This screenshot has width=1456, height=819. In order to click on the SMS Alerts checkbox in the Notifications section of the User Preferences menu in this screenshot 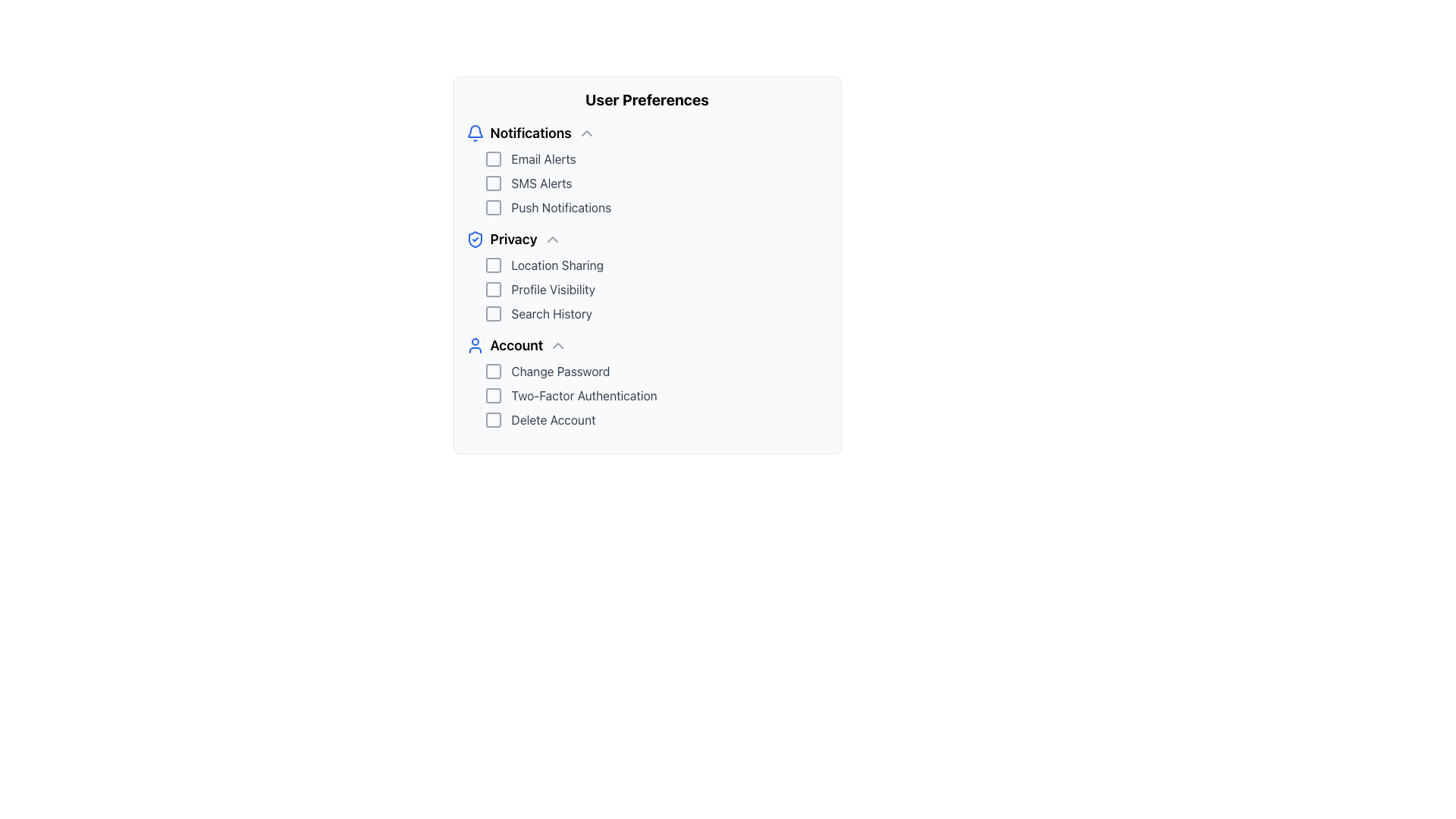, I will do `click(656, 183)`.